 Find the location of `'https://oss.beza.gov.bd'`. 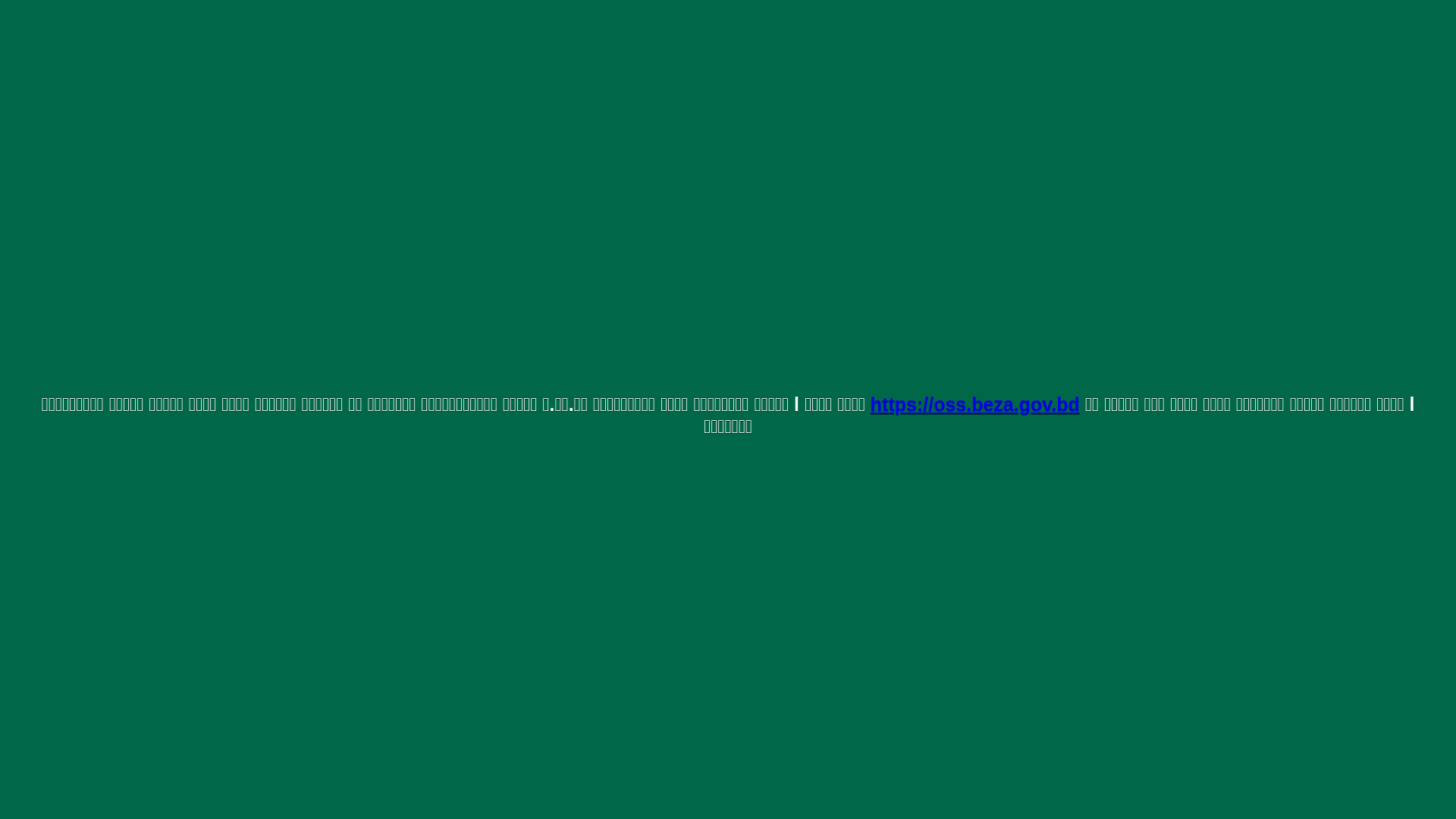

'https://oss.beza.gov.bd' is located at coordinates (975, 403).